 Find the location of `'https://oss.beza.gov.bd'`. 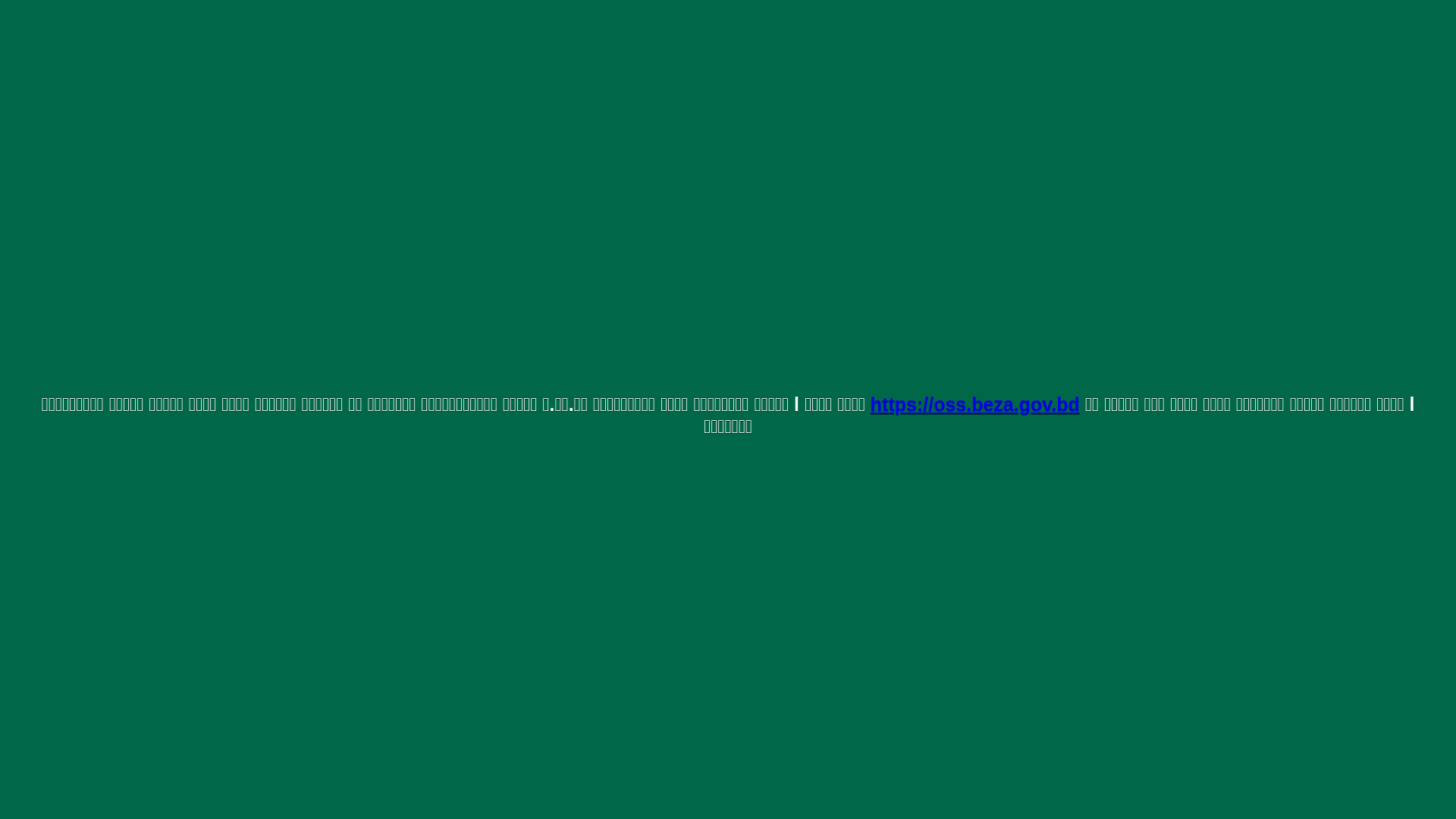

'https://oss.beza.gov.bd' is located at coordinates (975, 403).